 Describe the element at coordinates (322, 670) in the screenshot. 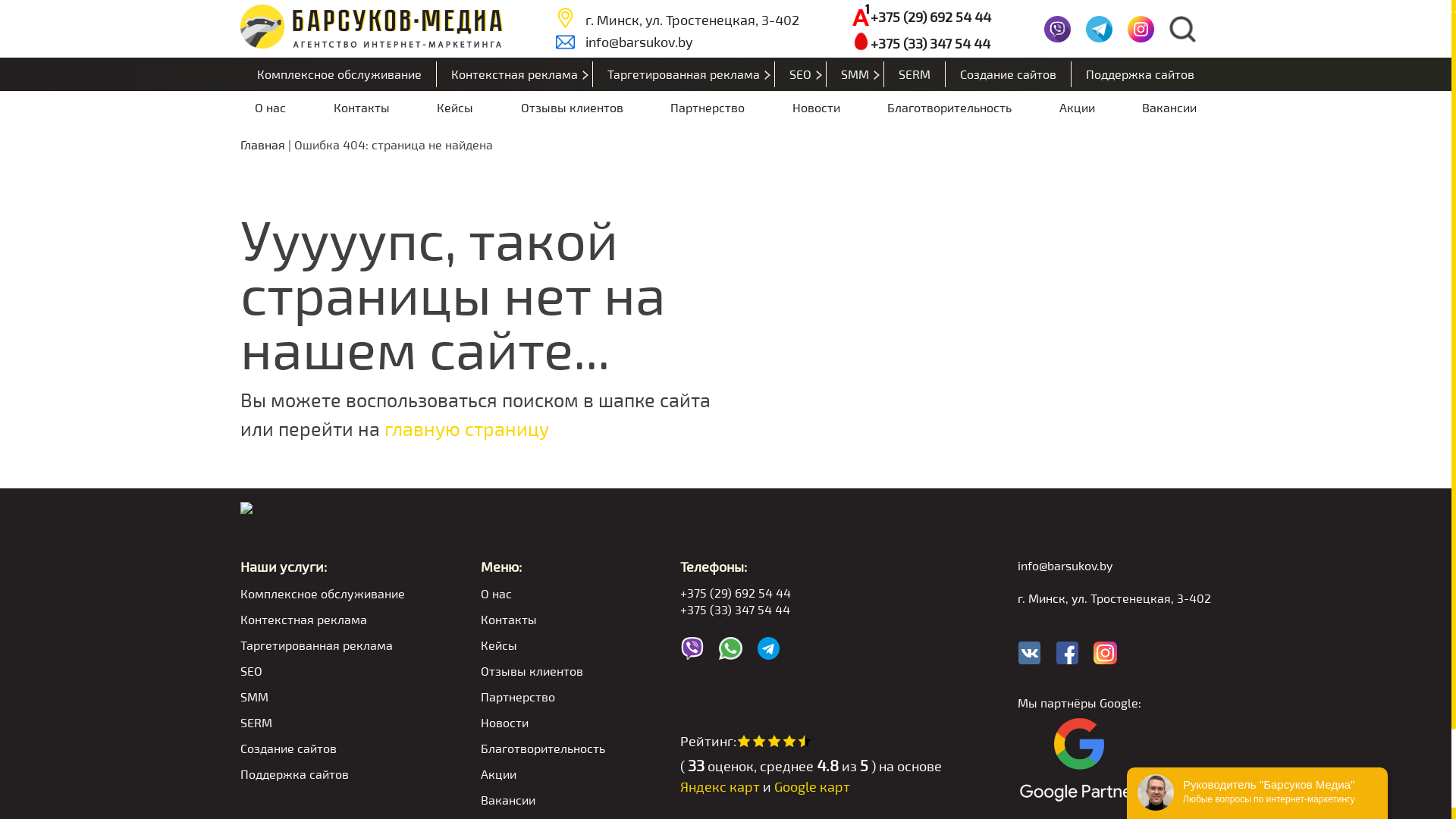

I see `'SEO'` at that location.